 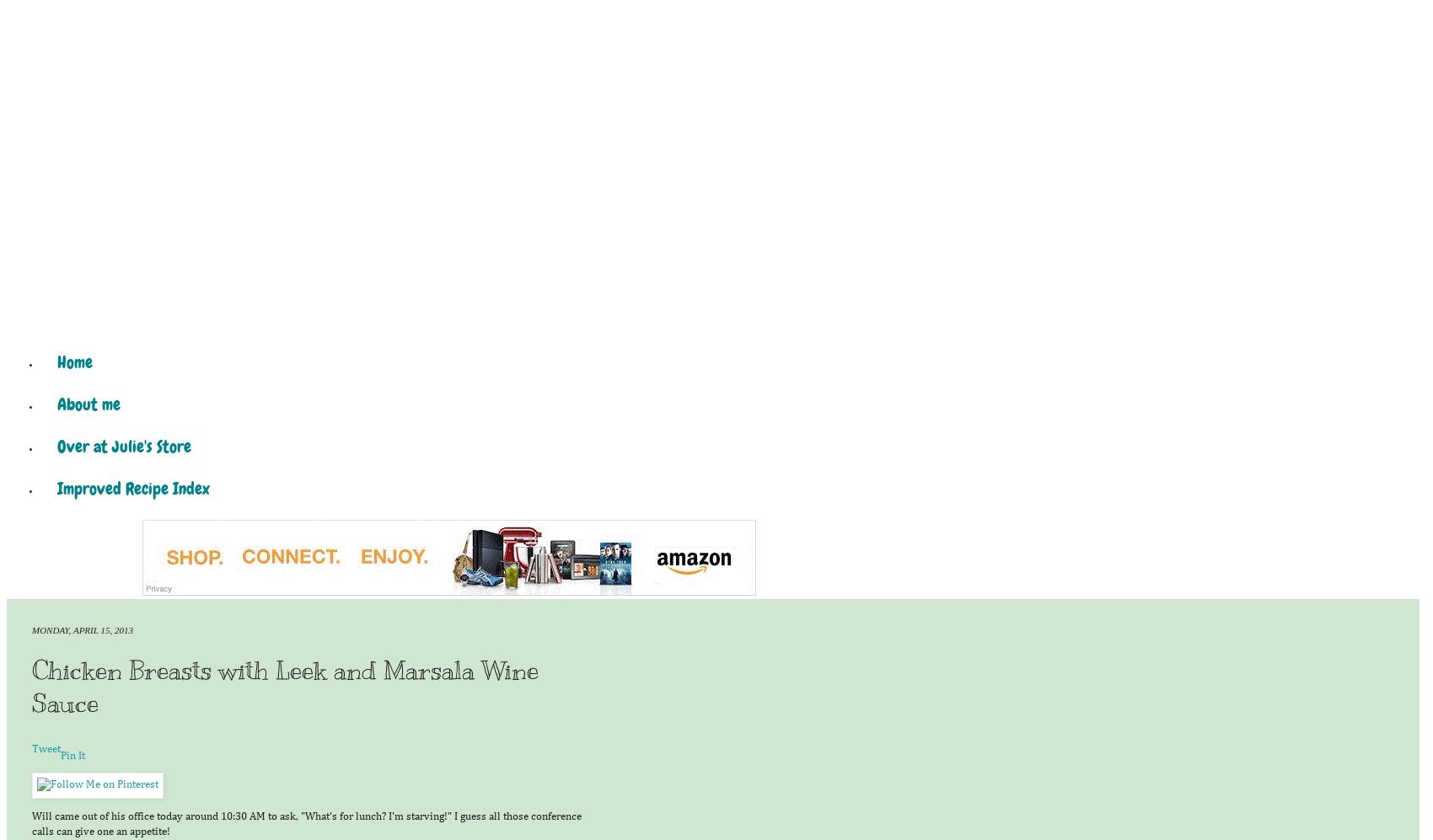 What do you see at coordinates (46, 747) in the screenshot?
I see `'Tweet'` at bounding box center [46, 747].